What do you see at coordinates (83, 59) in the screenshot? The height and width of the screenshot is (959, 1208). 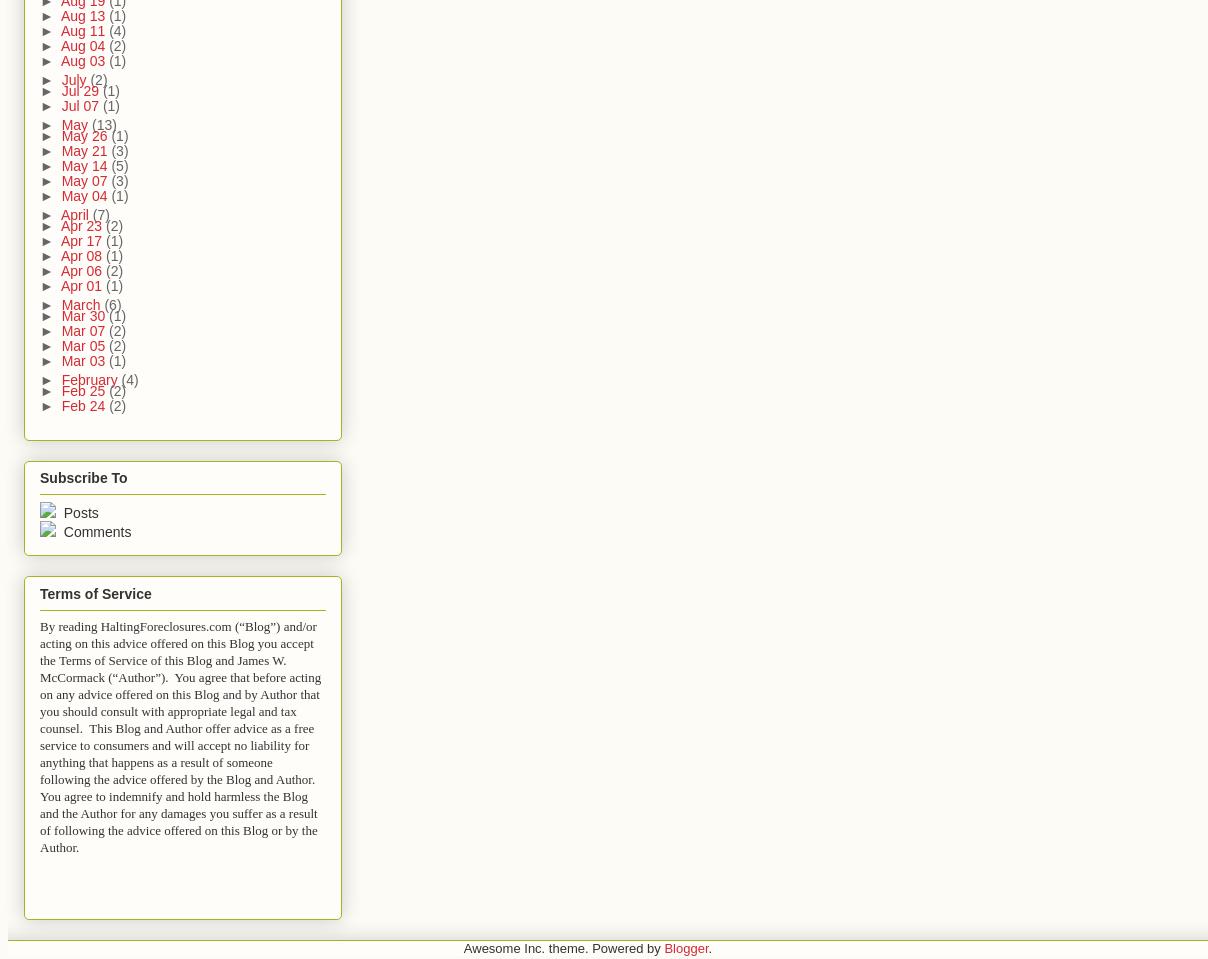 I see `'Aug 03'` at bounding box center [83, 59].